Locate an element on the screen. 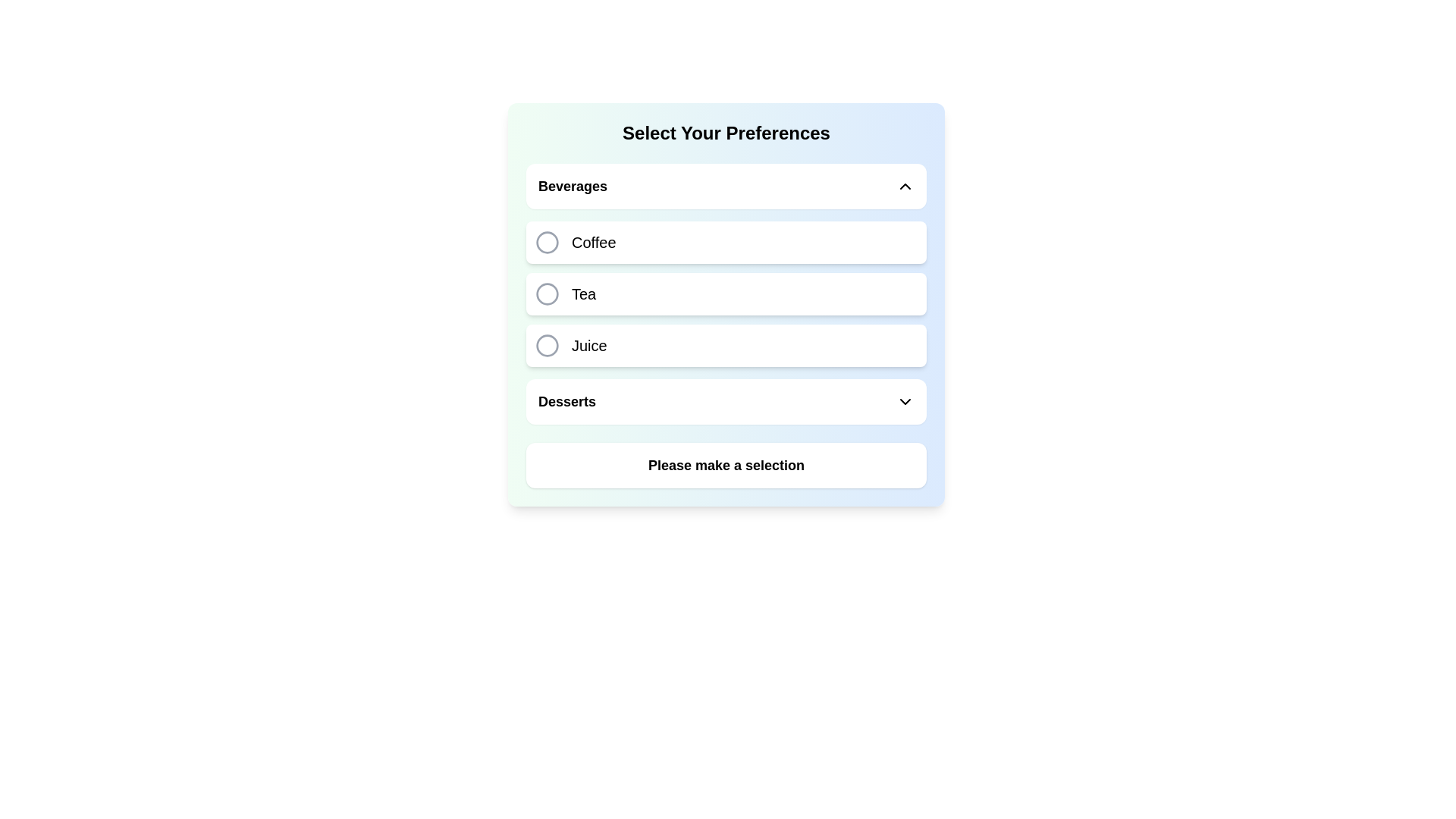 The height and width of the screenshot is (819, 1456). the Text label located near the top of the dropdown menu, which indicates the current selection and is positioned to the left of the chevron icon is located at coordinates (572, 186).